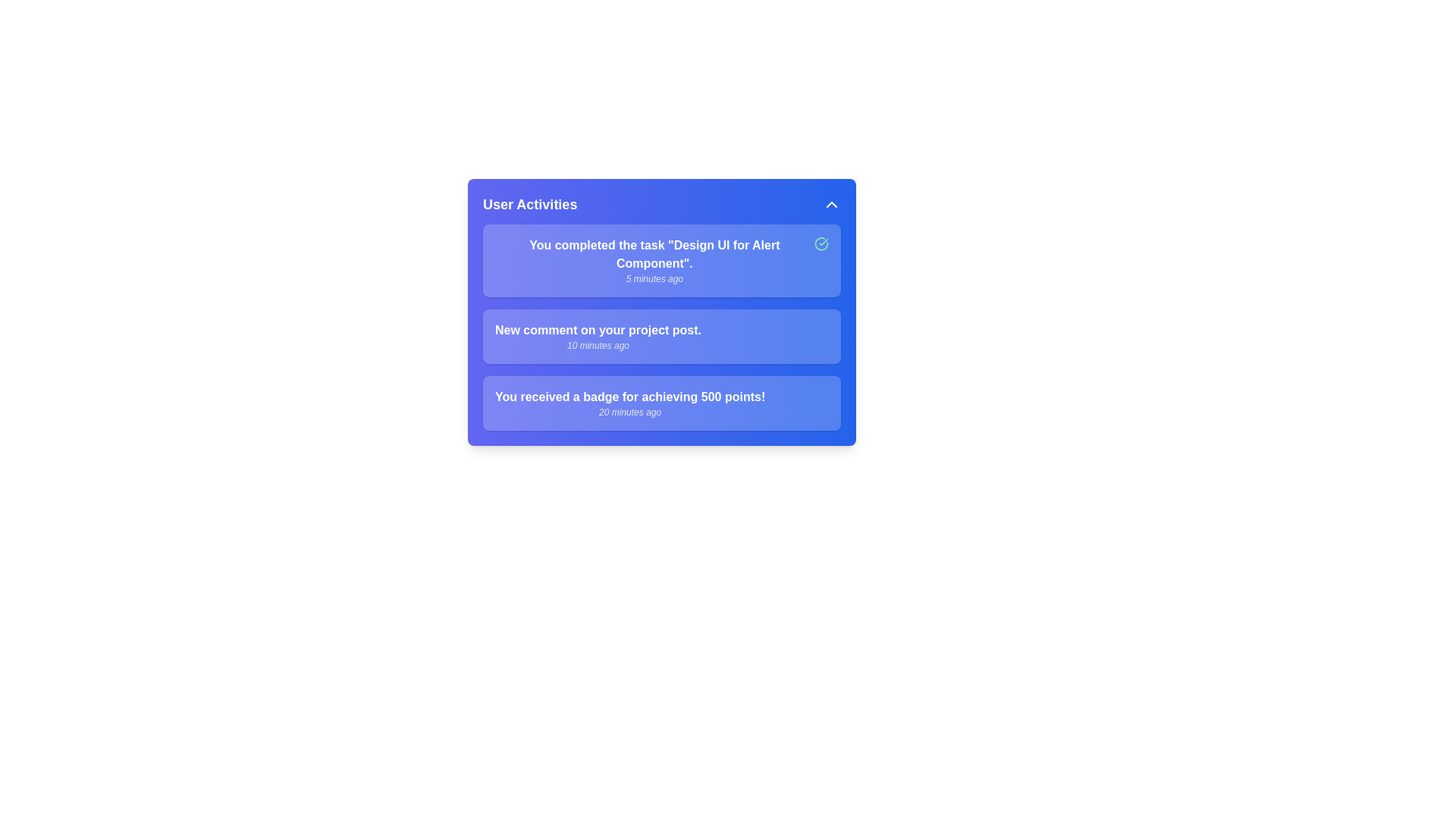  I want to click on notification content from the second entry in the vertical list within the blue panel titled 'User Activities', which informs about a new comment on the project post, so click(597, 335).